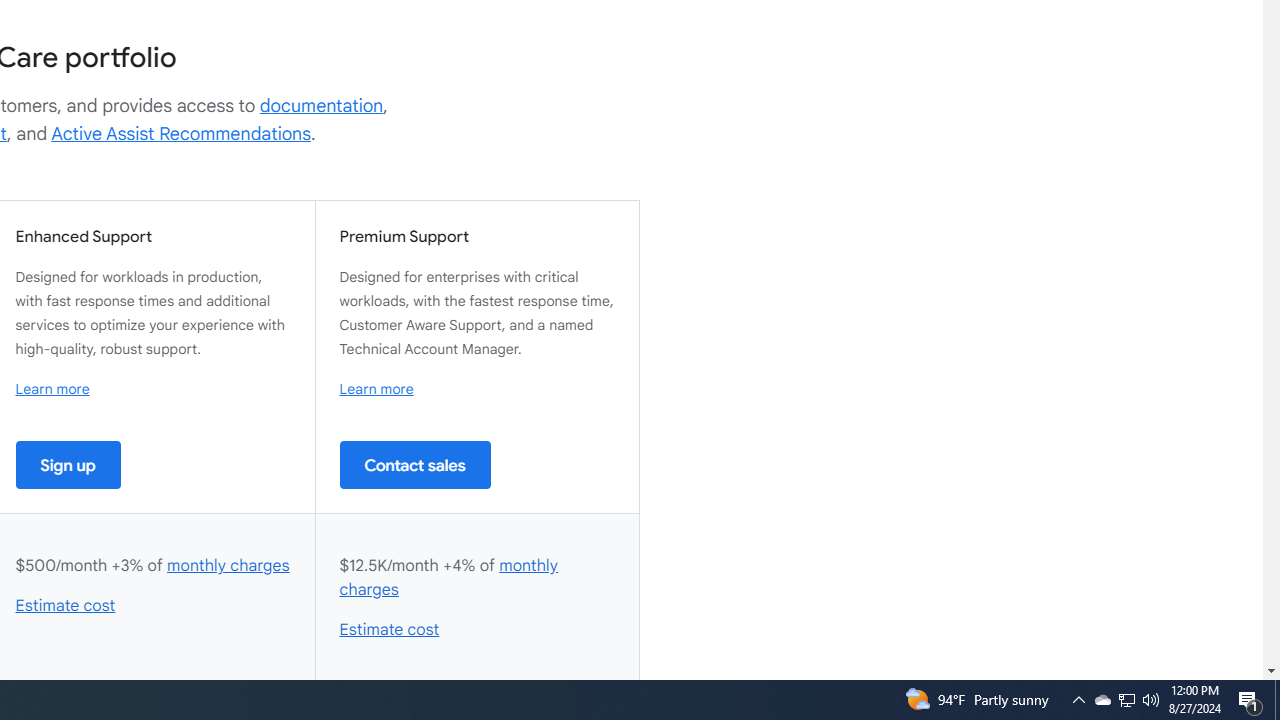 This screenshot has height=720, width=1280. What do you see at coordinates (414, 464) in the screenshot?
I see `'Contact sales'` at bounding box center [414, 464].